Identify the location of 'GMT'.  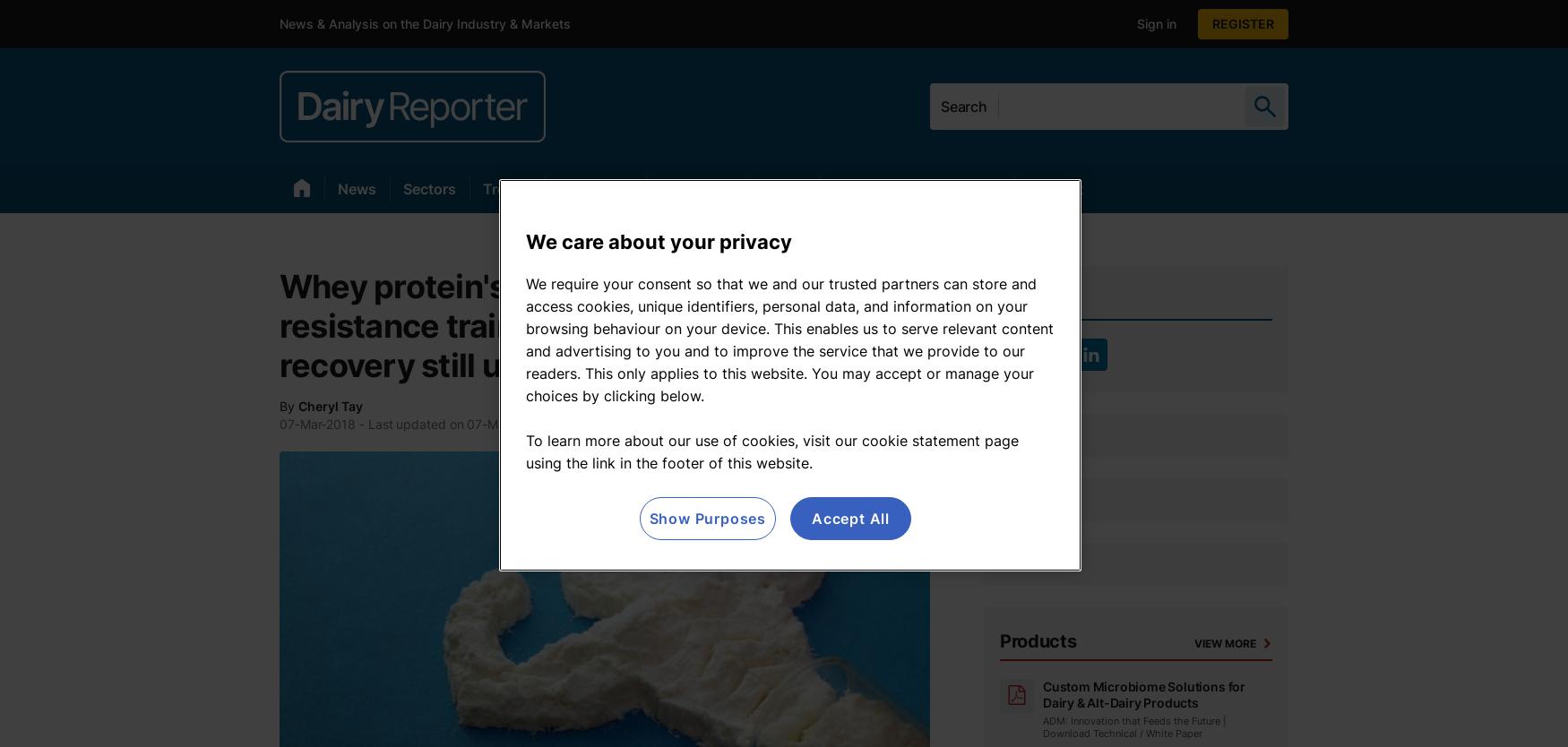
(611, 424).